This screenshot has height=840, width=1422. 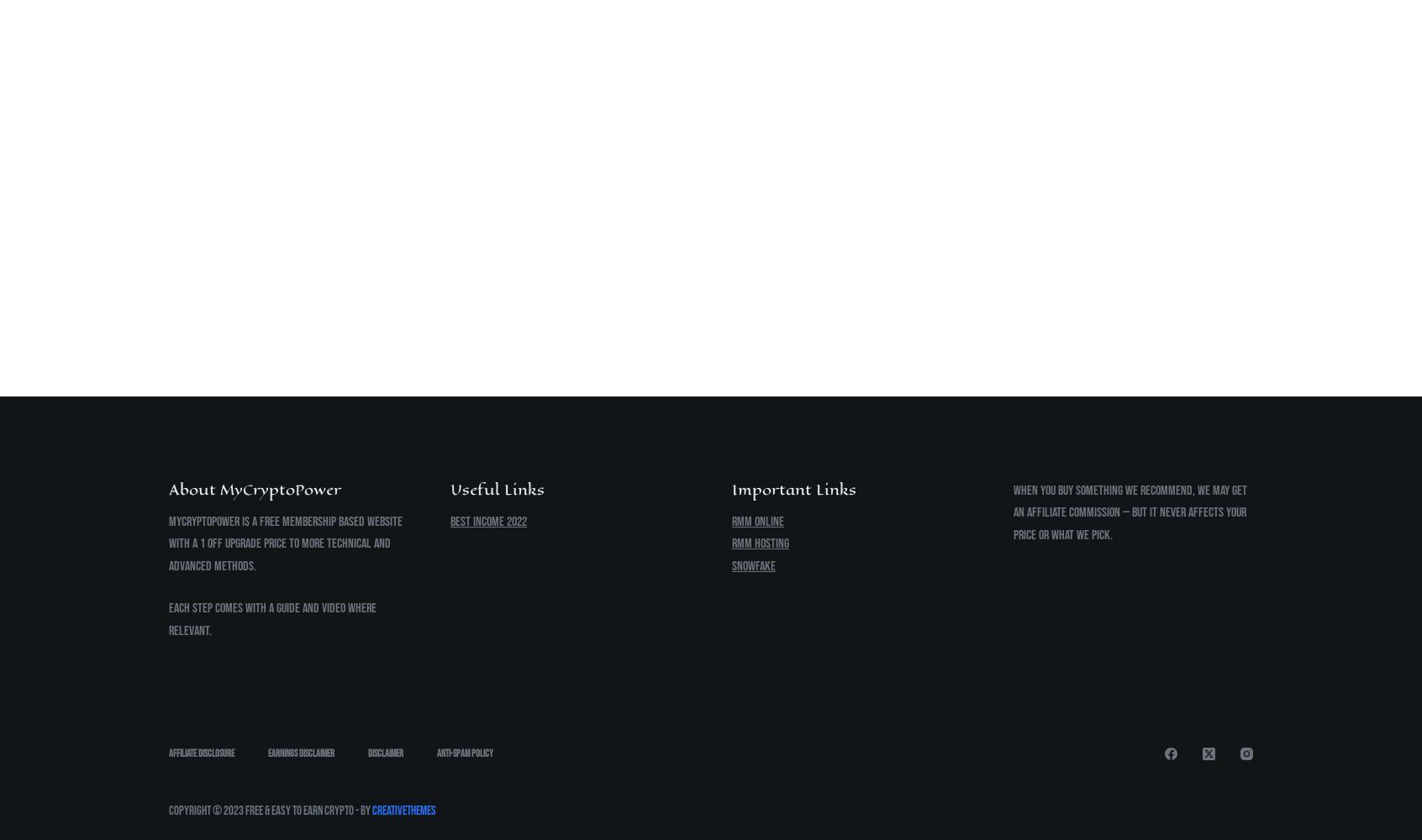 I want to click on 'Useful Links', so click(x=497, y=488).